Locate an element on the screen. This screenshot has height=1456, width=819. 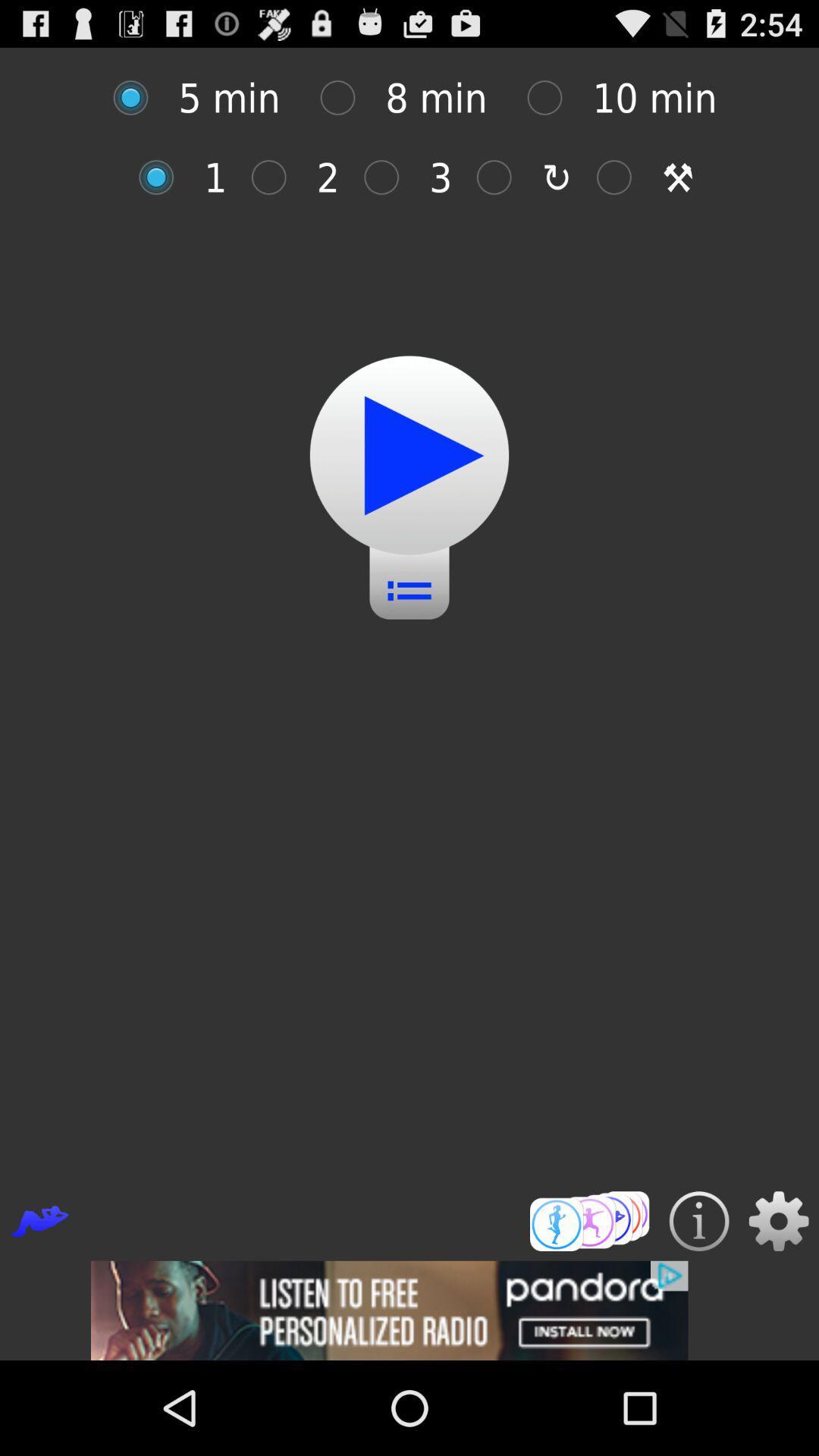
opens an advertisement is located at coordinates (409, 1310).